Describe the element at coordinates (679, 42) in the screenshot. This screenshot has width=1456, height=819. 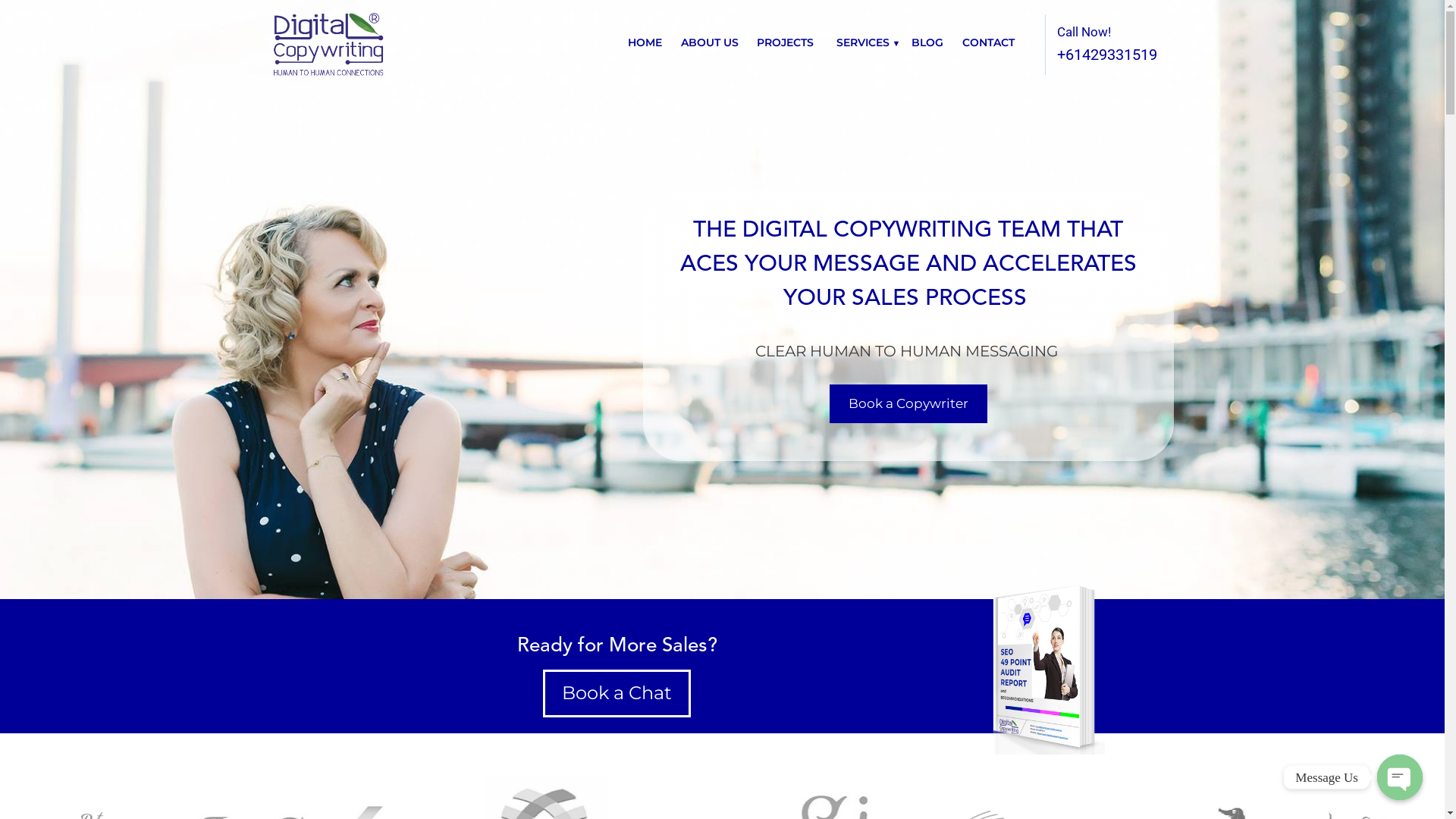
I see `'ABOUT US'` at that location.